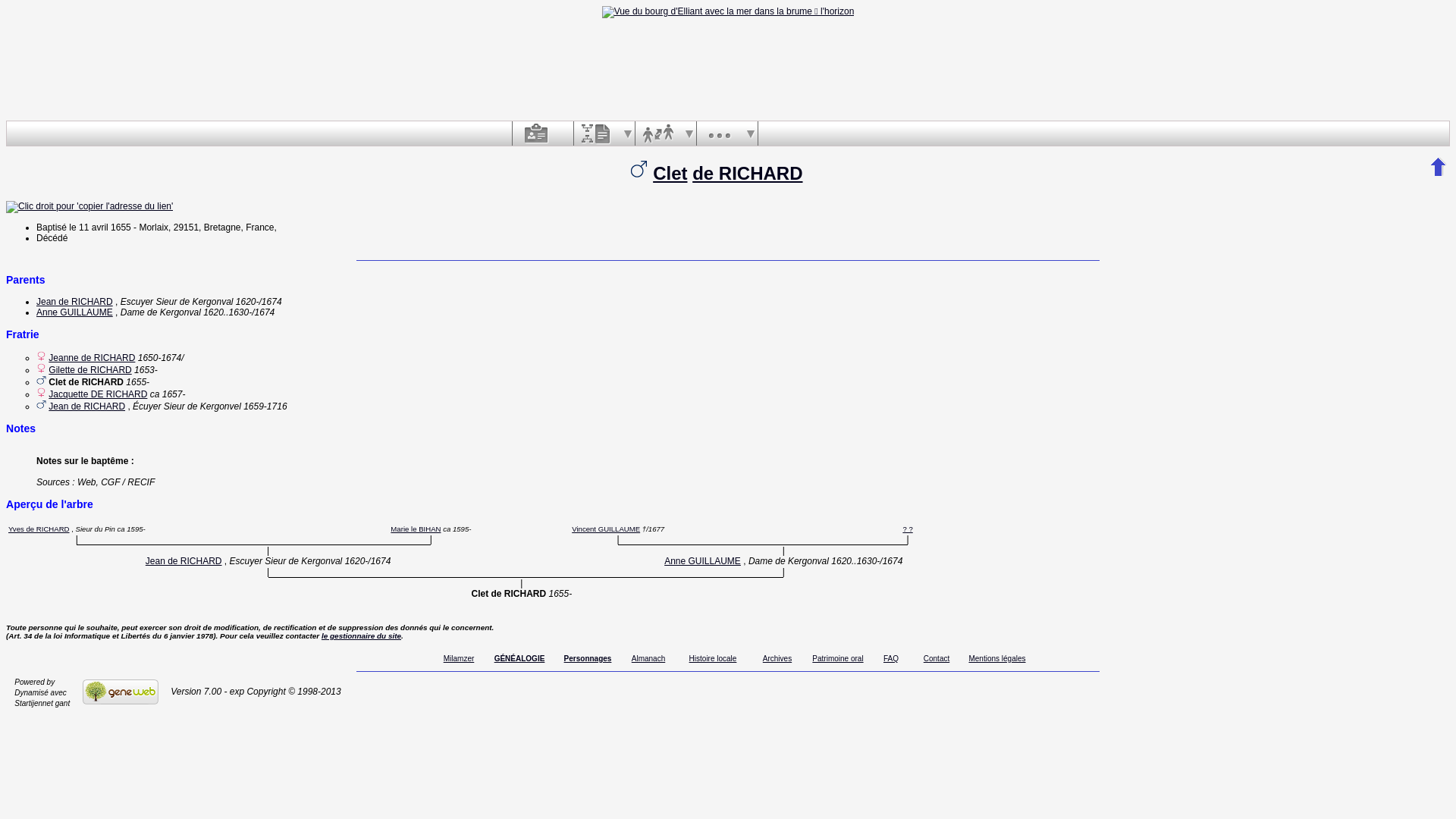 The height and width of the screenshot is (819, 1456). I want to click on 'Contact', so click(935, 657).